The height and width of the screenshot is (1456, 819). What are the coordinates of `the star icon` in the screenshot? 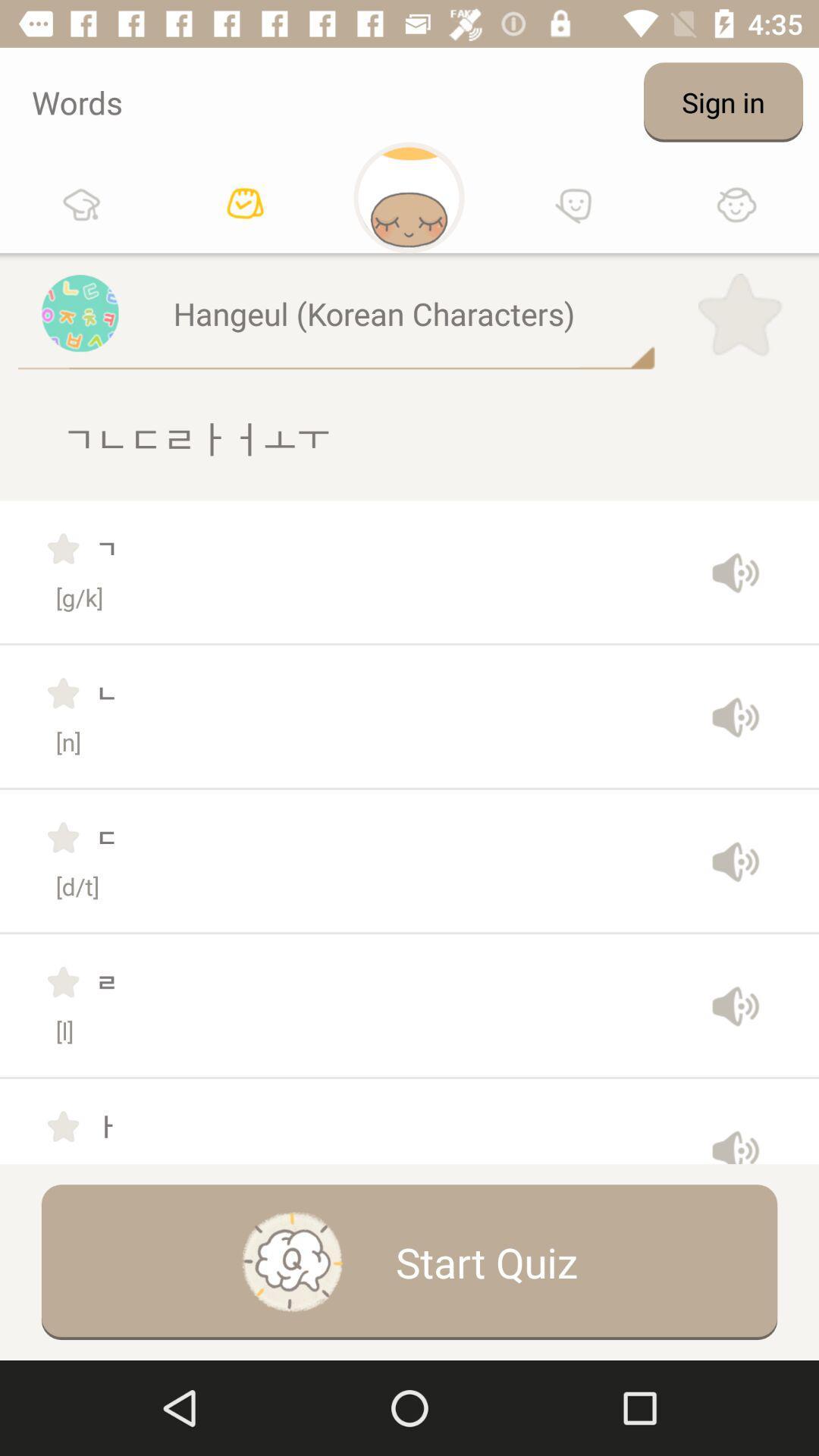 It's located at (739, 314).